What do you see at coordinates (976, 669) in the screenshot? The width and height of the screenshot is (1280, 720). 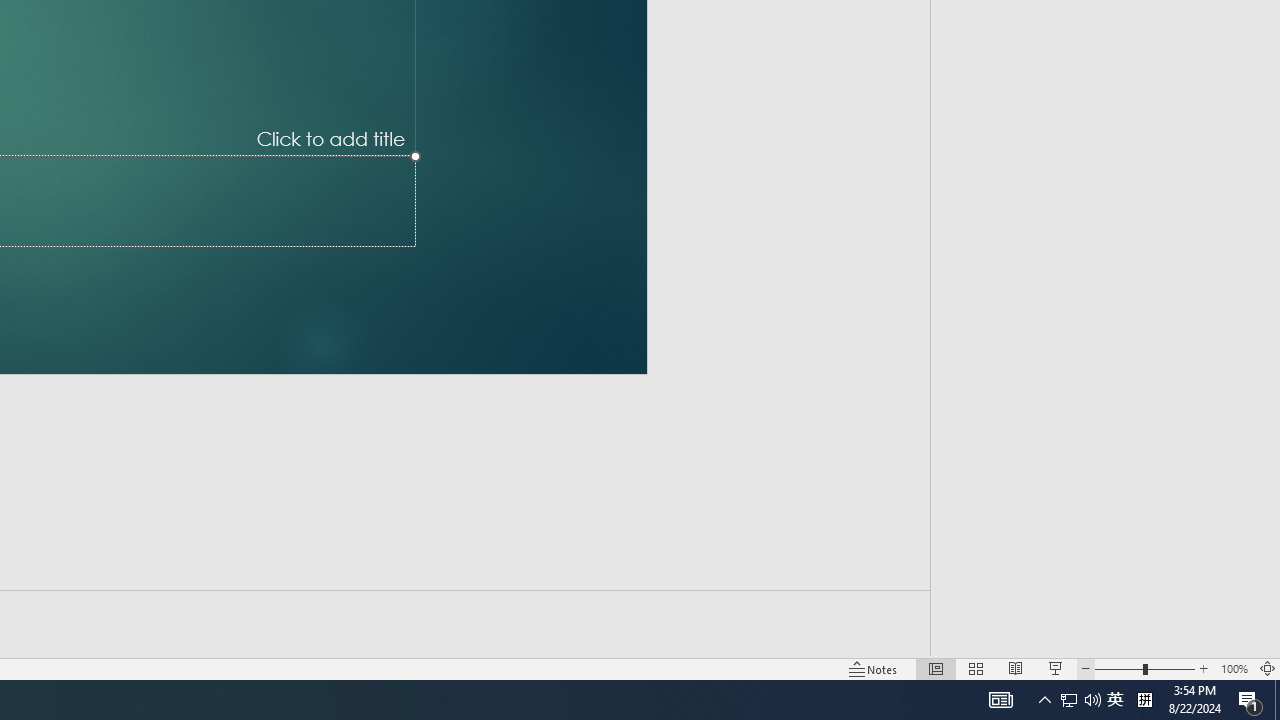 I see `'Slide Sorter'` at bounding box center [976, 669].